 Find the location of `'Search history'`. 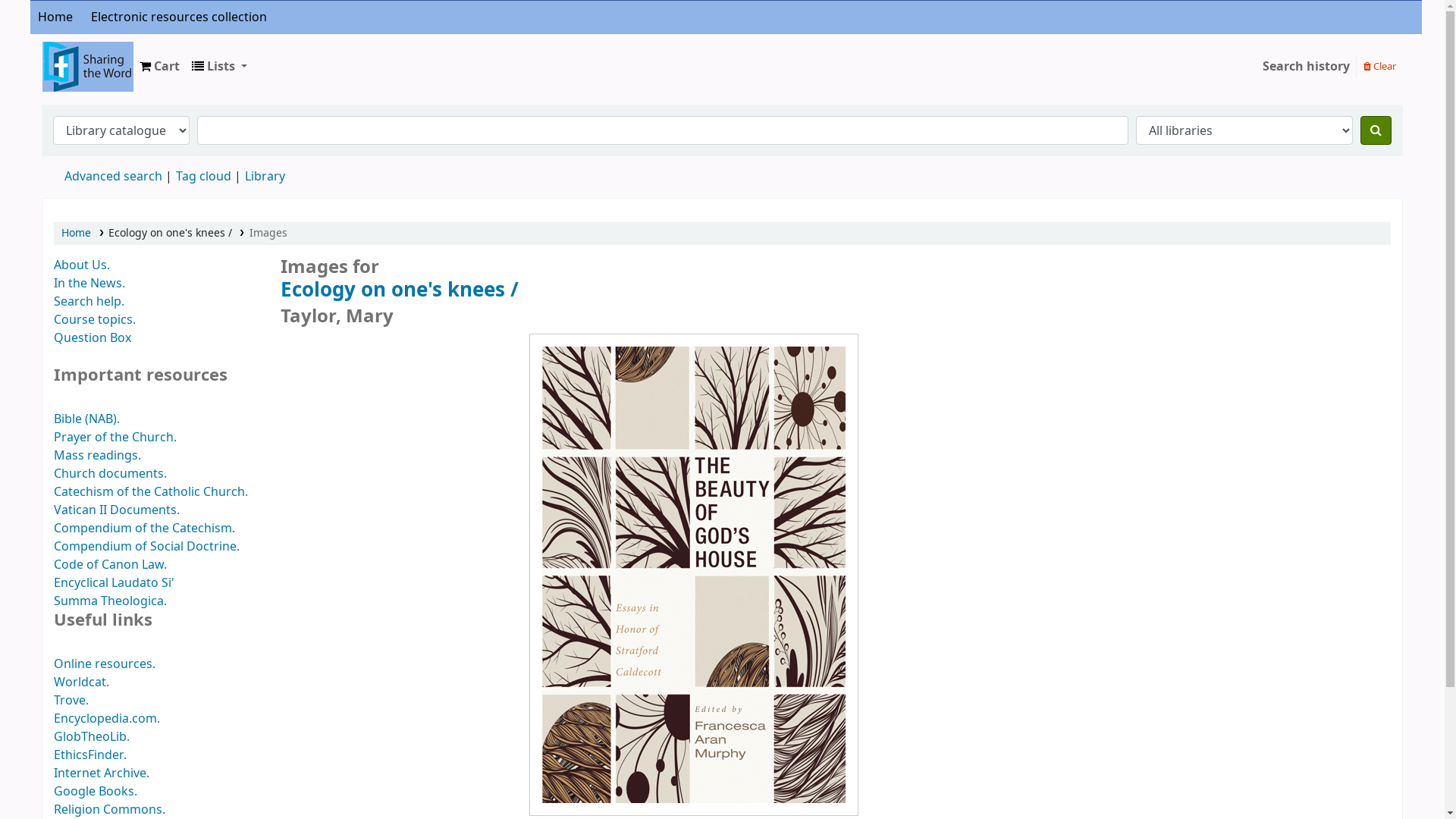

'Search history' is located at coordinates (1256, 66).